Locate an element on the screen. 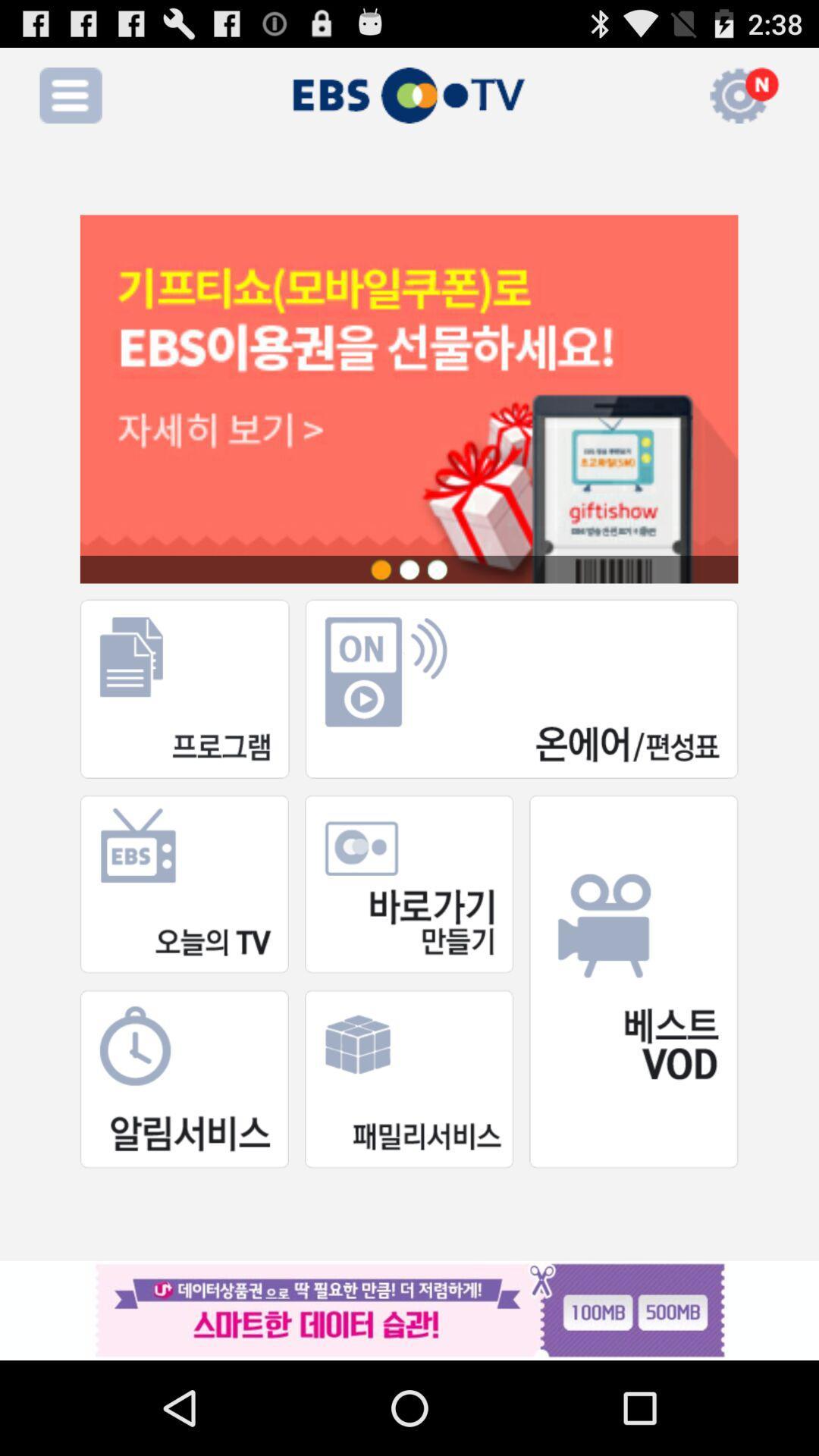 The image size is (819, 1456). the icon which is right to tv is located at coordinates (651, 94).